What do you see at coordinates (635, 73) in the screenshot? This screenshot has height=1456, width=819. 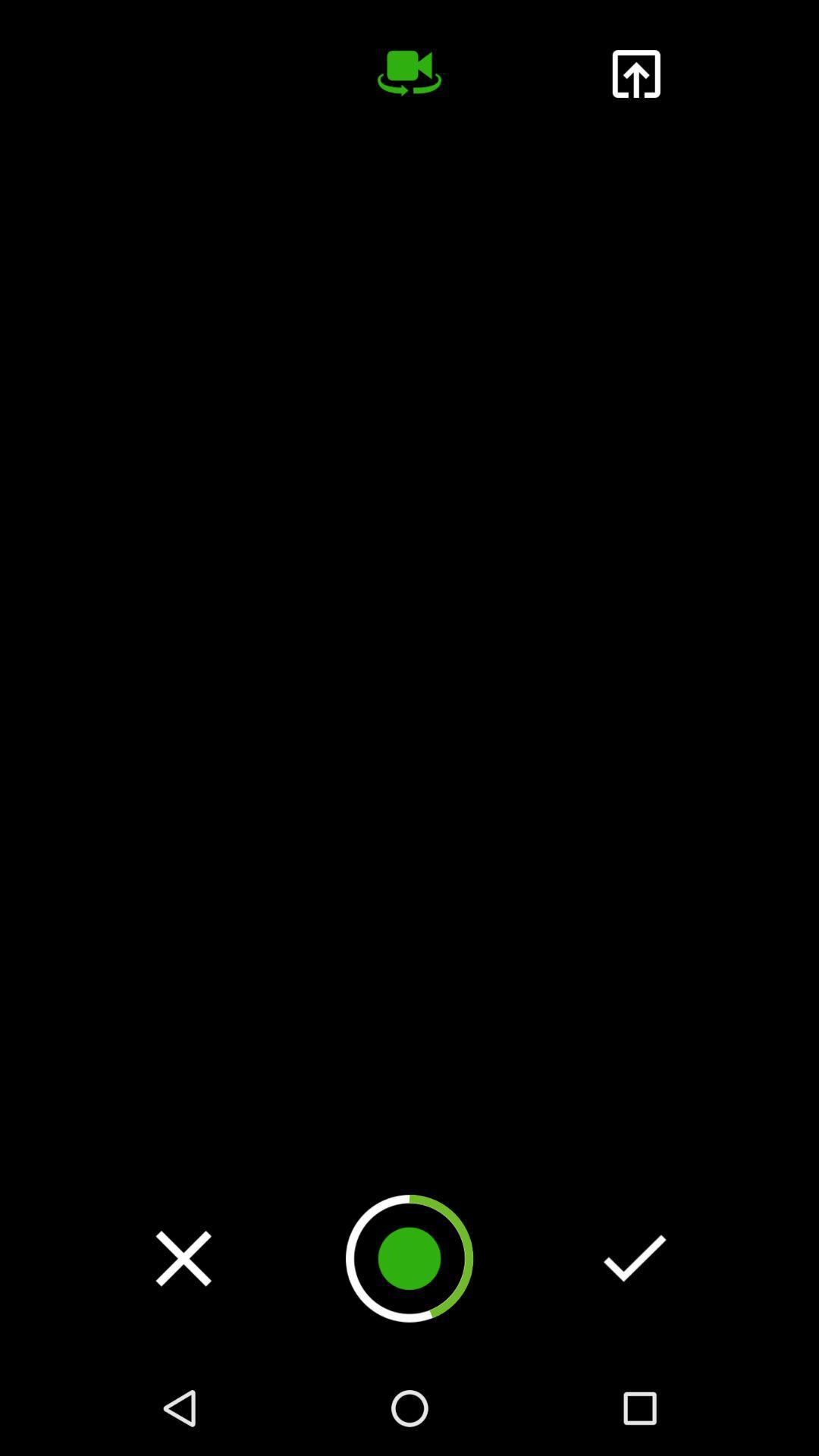 I see `the item at the top right corner` at bounding box center [635, 73].